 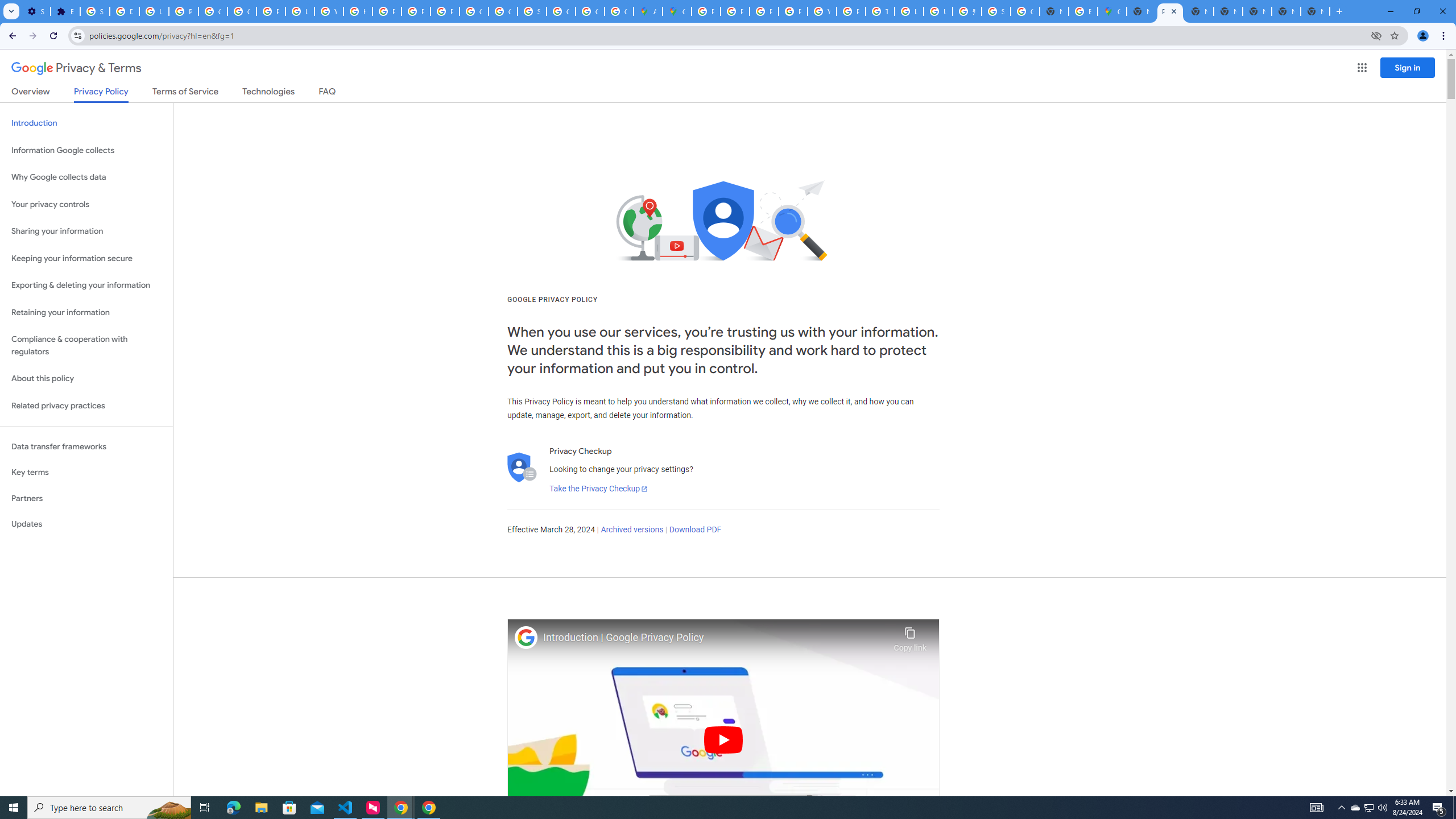 I want to click on 'Related privacy practices', so click(x=86, y=405).